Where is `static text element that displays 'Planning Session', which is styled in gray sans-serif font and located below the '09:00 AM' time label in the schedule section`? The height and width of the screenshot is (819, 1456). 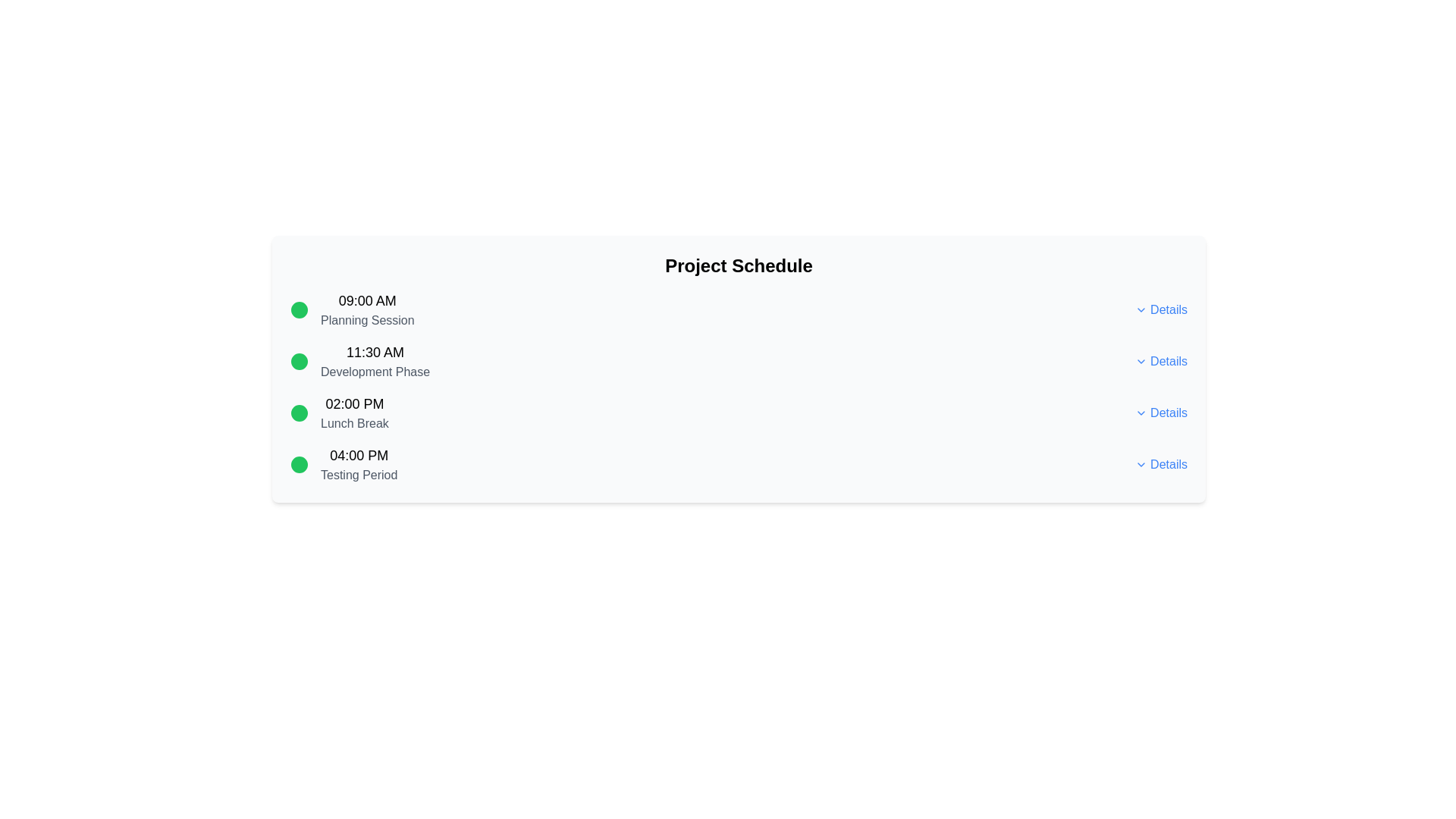
static text element that displays 'Planning Session', which is styled in gray sans-serif font and located below the '09:00 AM' time label in the schedule section is located at coordinates (367, 320).